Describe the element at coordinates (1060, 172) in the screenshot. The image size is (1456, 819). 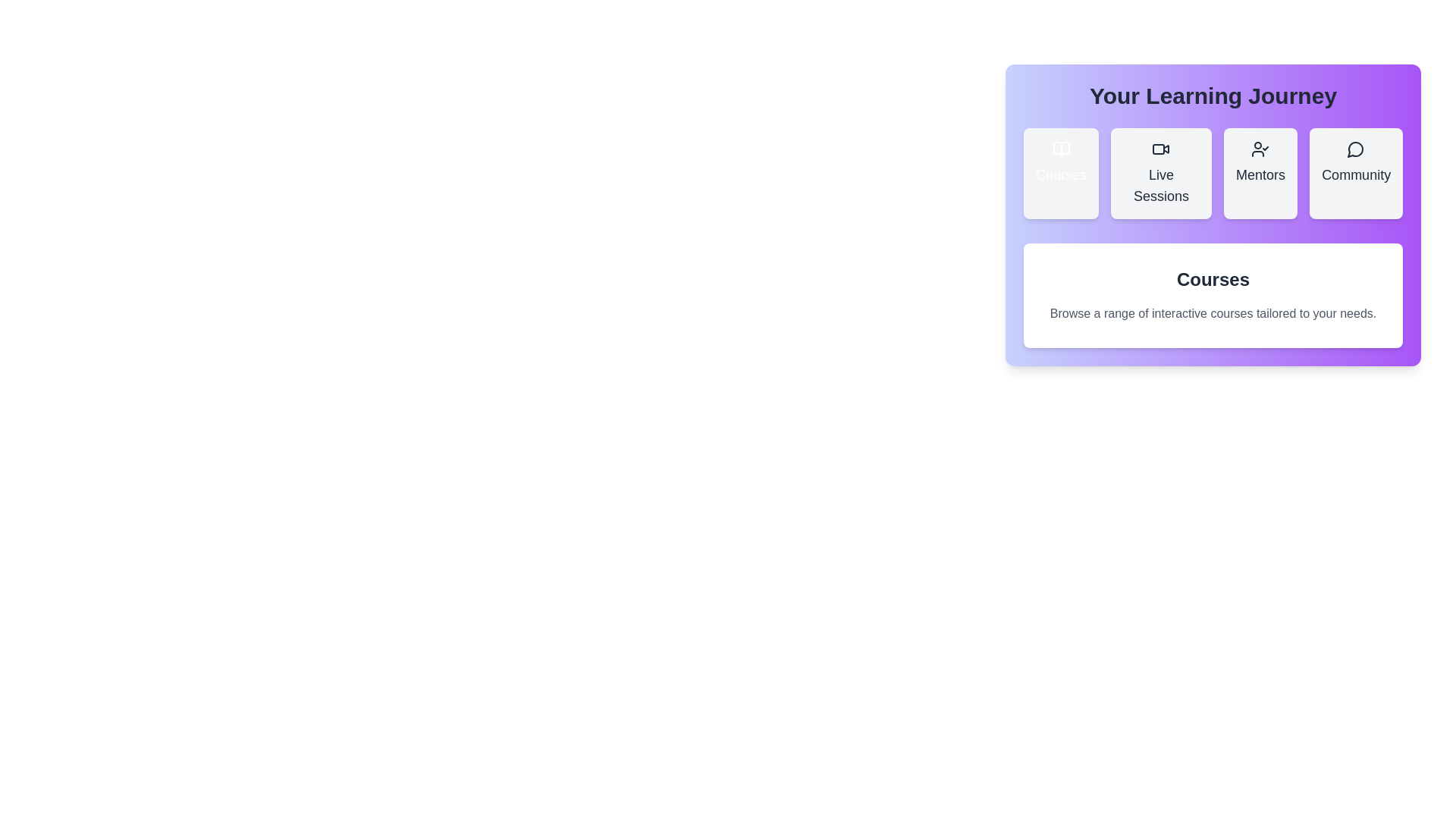
I see `the tab with title Courses to inspect its icon and title` at that location.